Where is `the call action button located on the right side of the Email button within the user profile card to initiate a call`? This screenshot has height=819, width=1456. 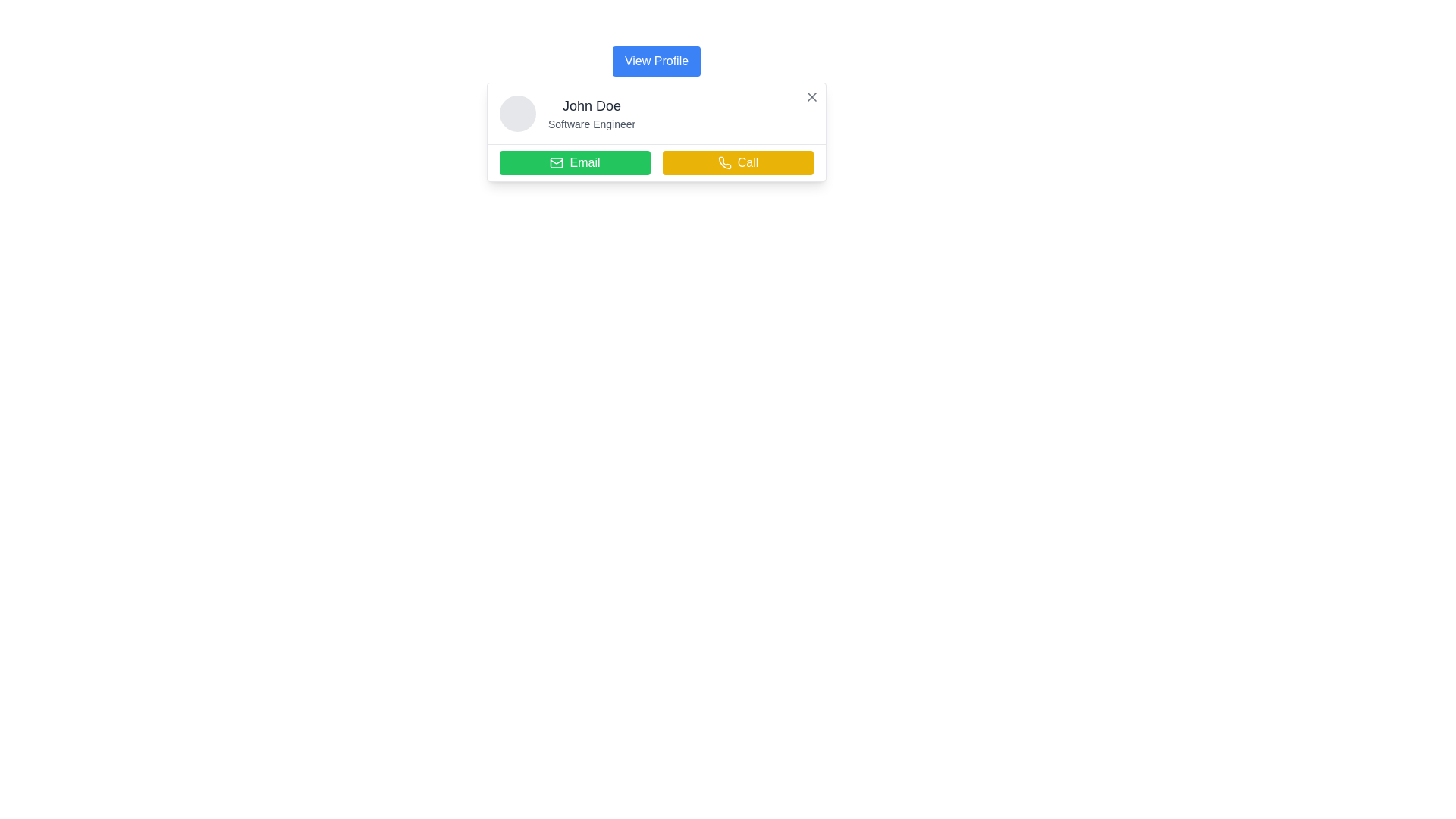 the call action button located on the right side of the Email button within the user profile card to initiate a call is located at coordinates (738, 163).